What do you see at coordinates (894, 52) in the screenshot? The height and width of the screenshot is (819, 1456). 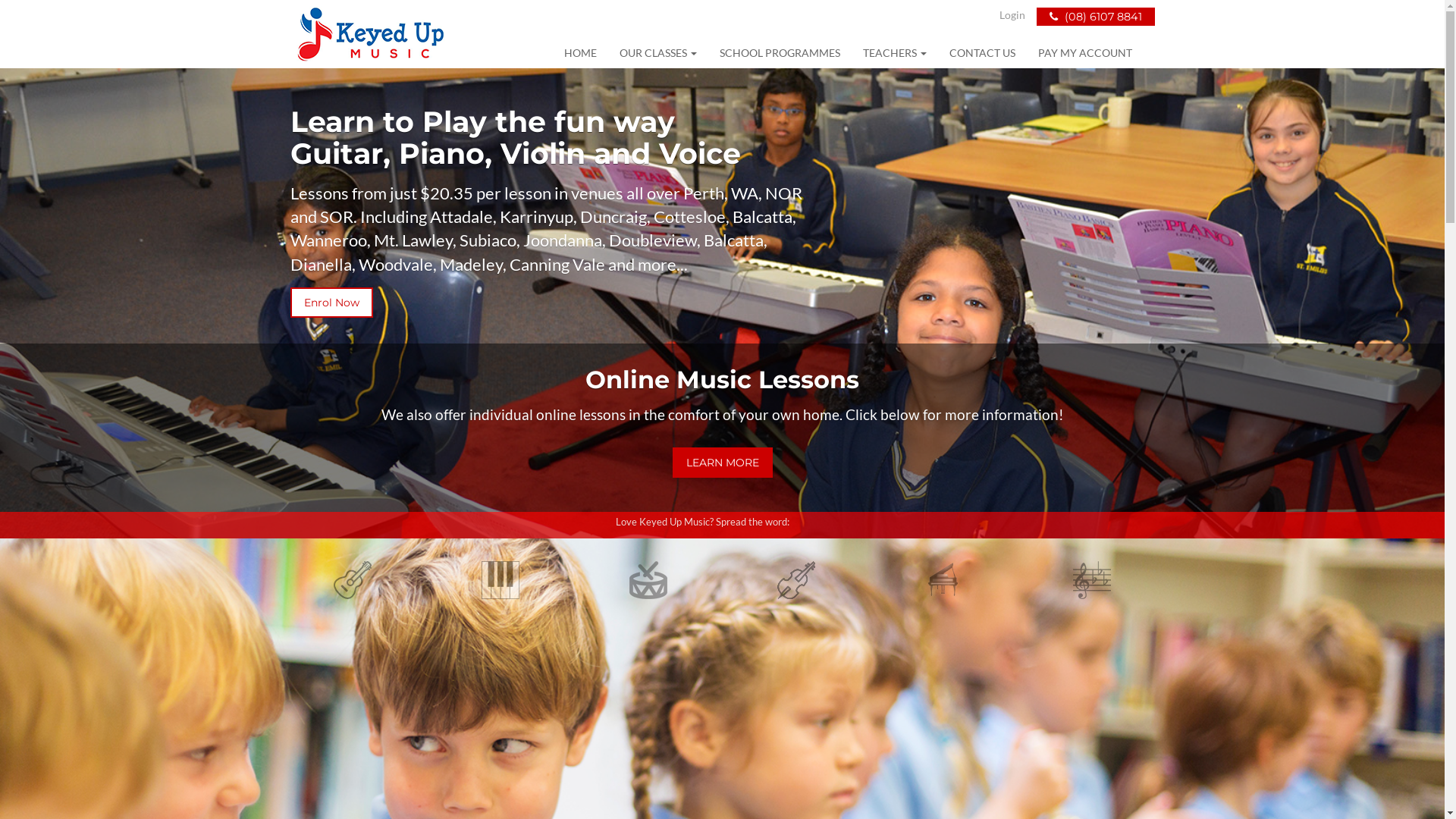 I see `'TEACHERS'` at bounding box center [894, 52].